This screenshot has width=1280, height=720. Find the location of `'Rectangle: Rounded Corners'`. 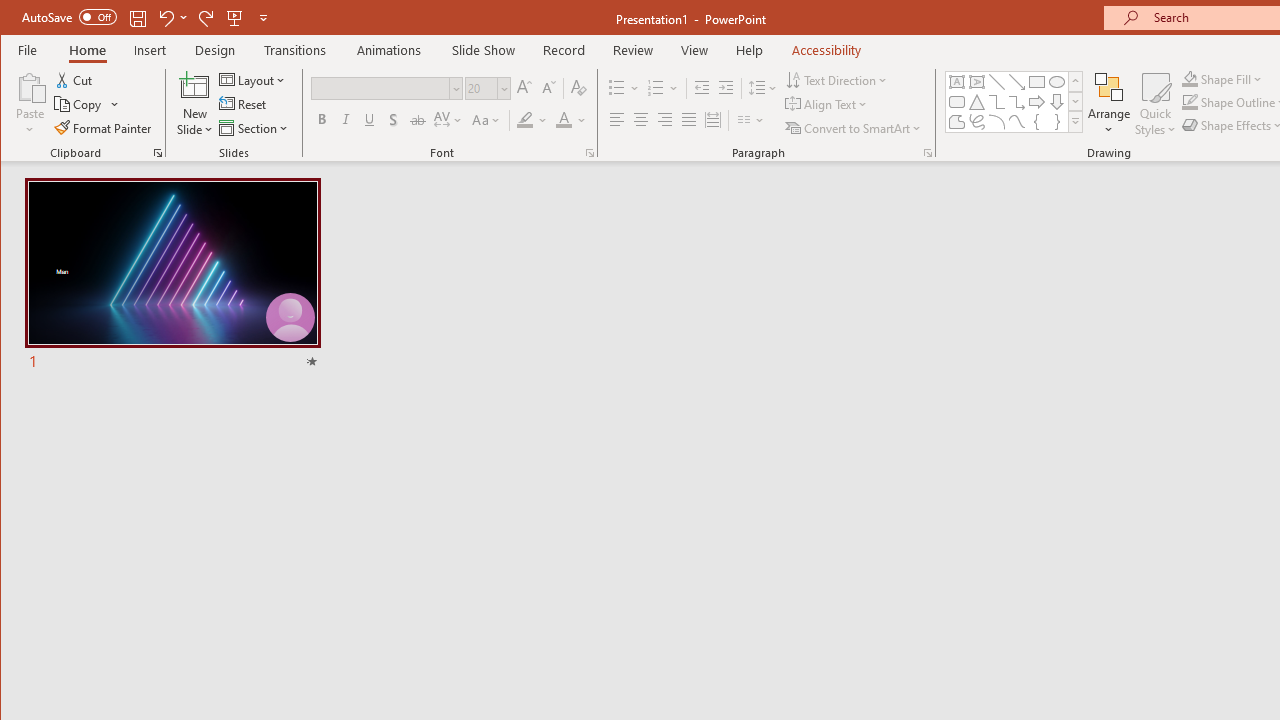

'Rectangle: Rounded Corners' is located at coordinates (955, 102).